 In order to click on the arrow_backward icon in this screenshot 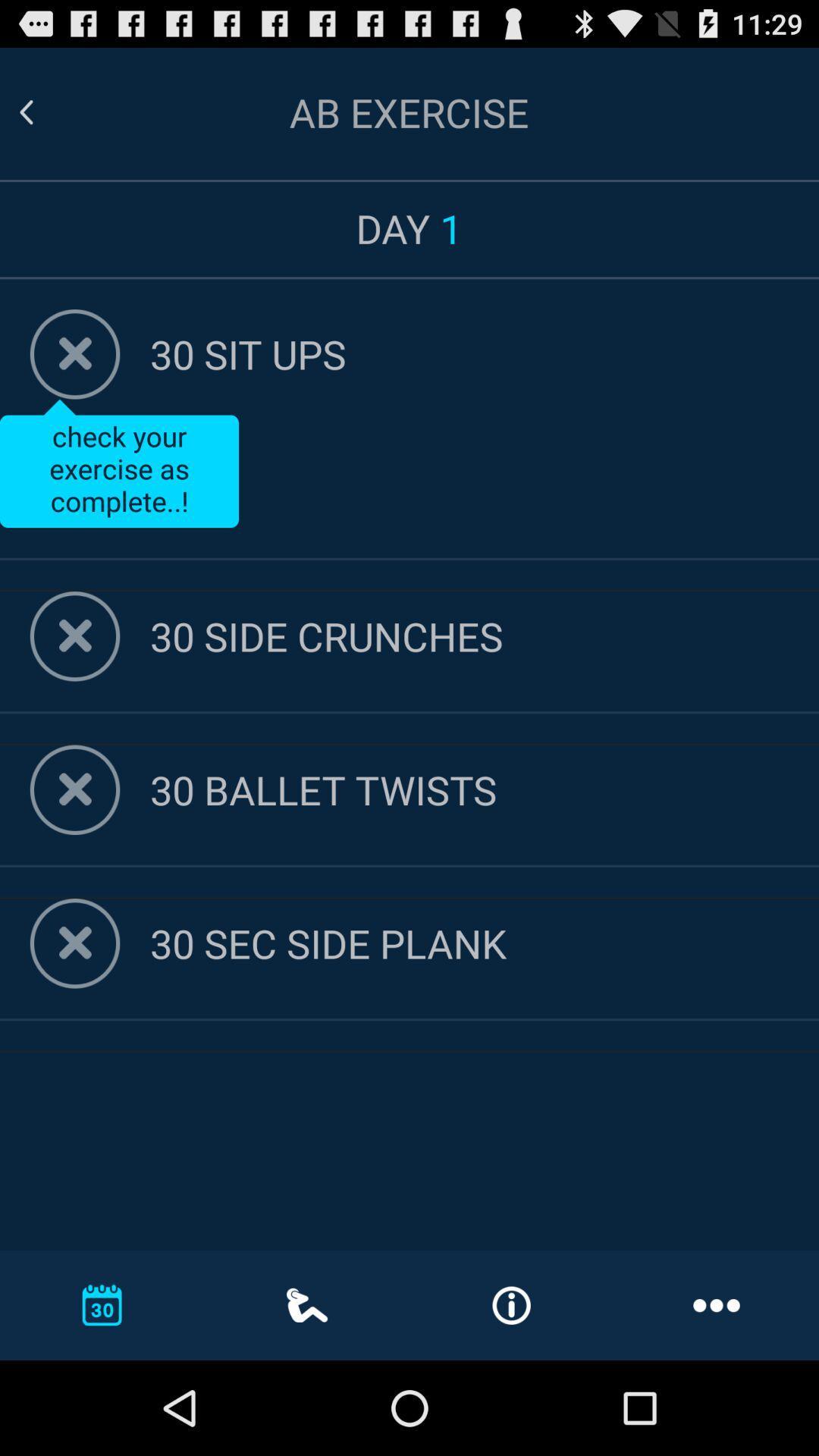, I will do `click(44, 119)`.